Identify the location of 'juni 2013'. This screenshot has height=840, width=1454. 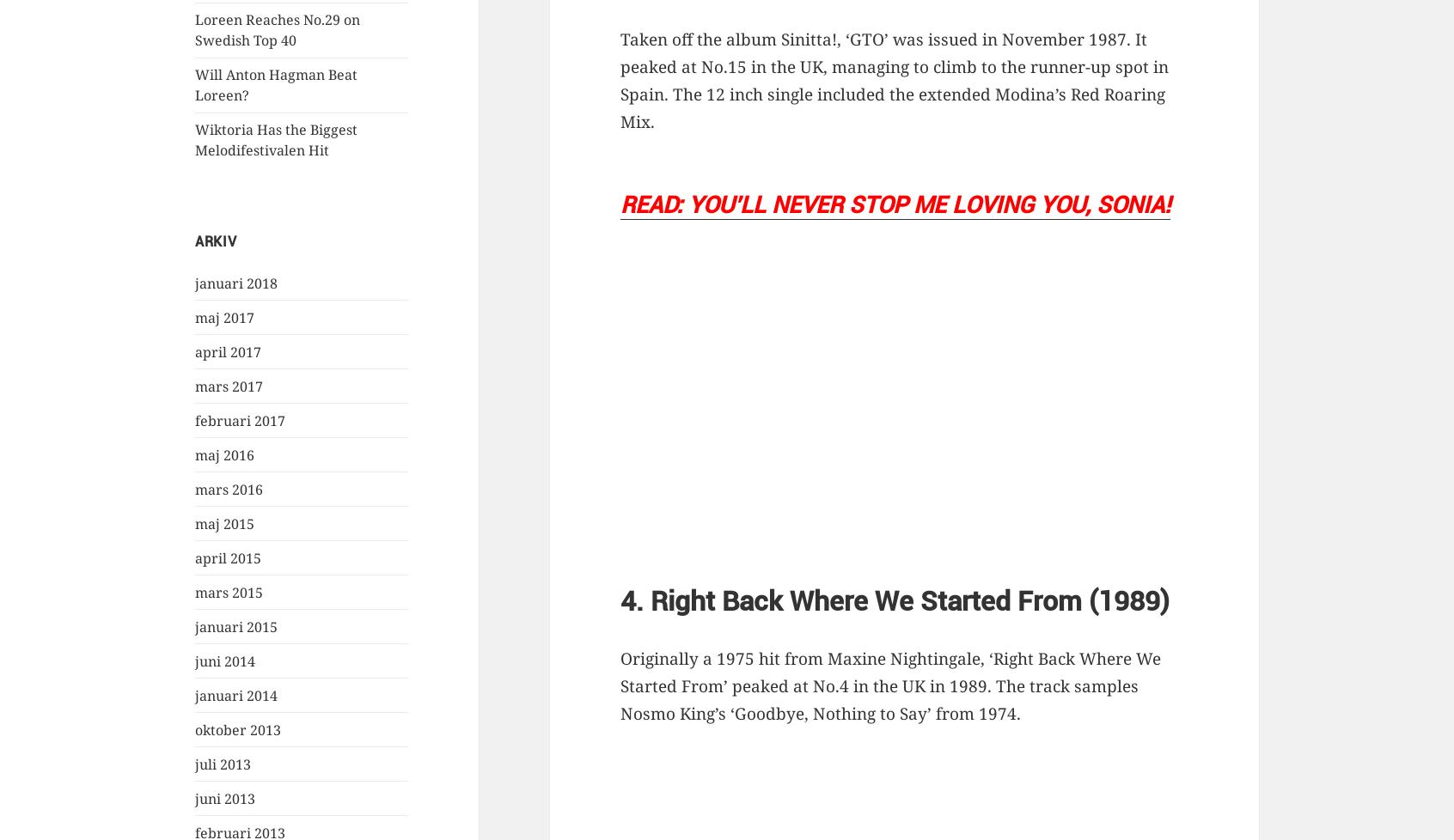
(224, 797).